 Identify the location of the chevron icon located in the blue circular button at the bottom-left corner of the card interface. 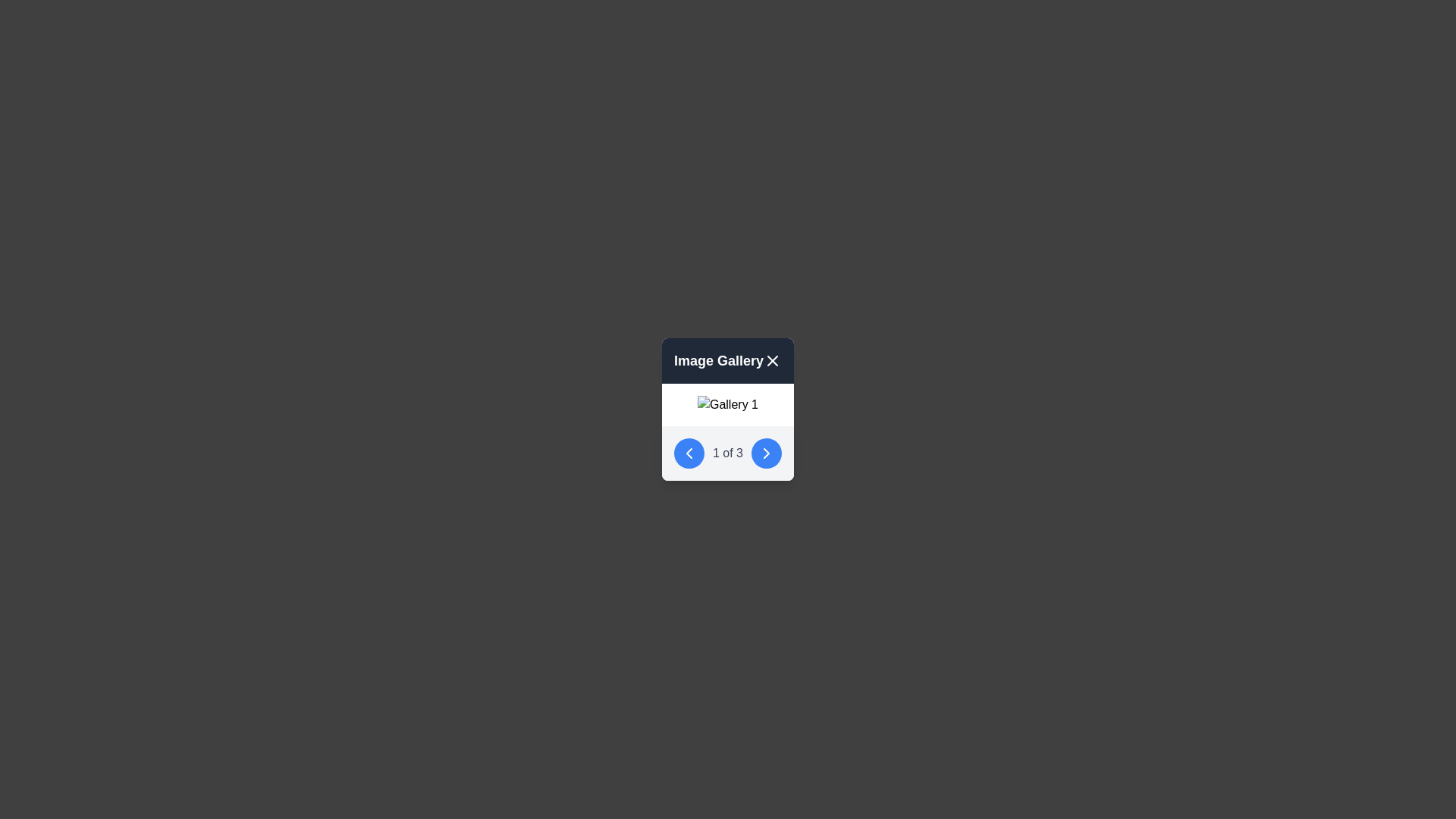
(688, 452).